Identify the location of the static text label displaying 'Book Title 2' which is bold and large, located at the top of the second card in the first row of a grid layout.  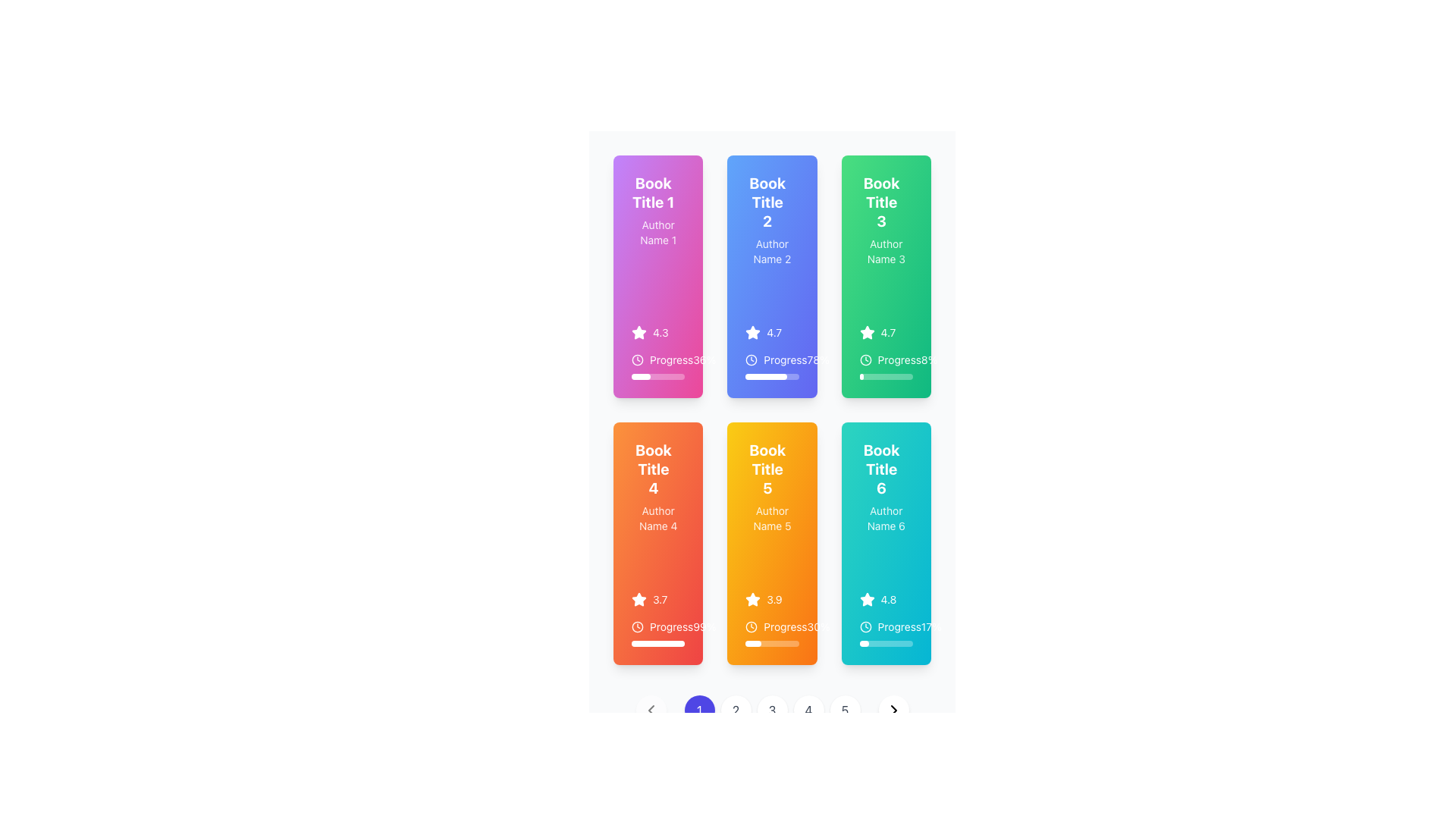
(772, 205).